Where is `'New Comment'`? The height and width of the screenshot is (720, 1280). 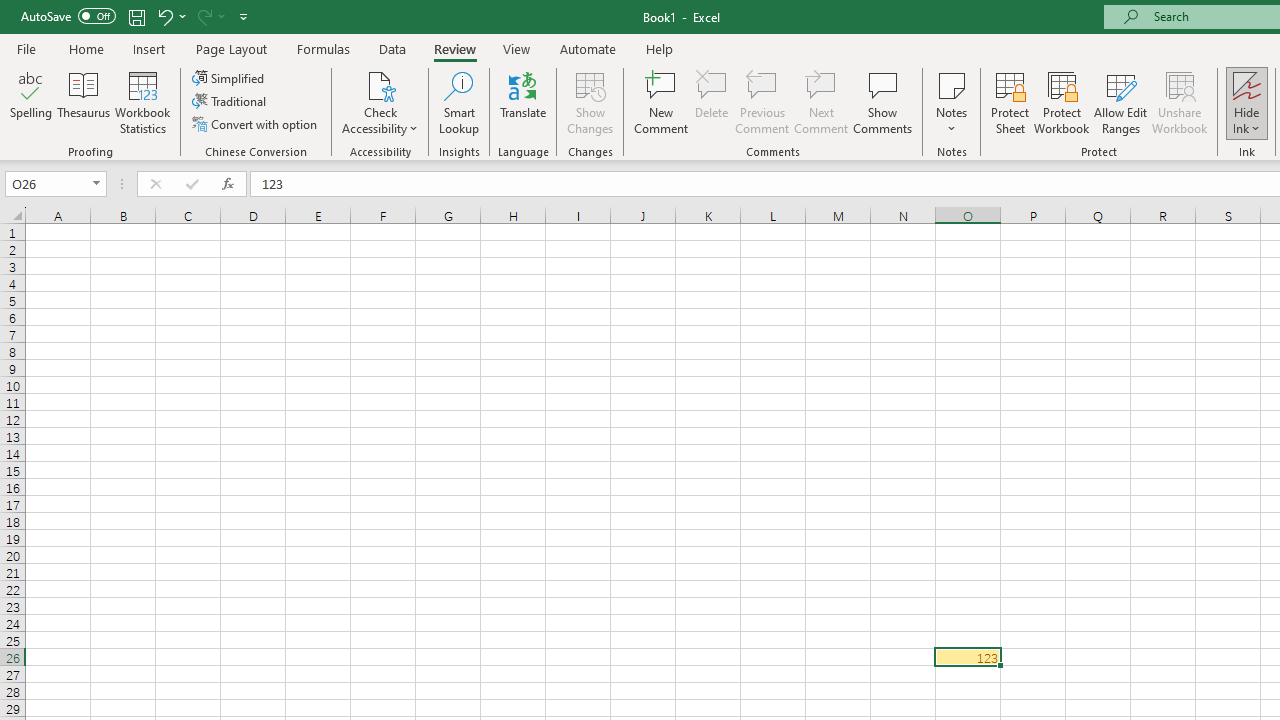 'New Comment' is located at coordinates (661, 103).